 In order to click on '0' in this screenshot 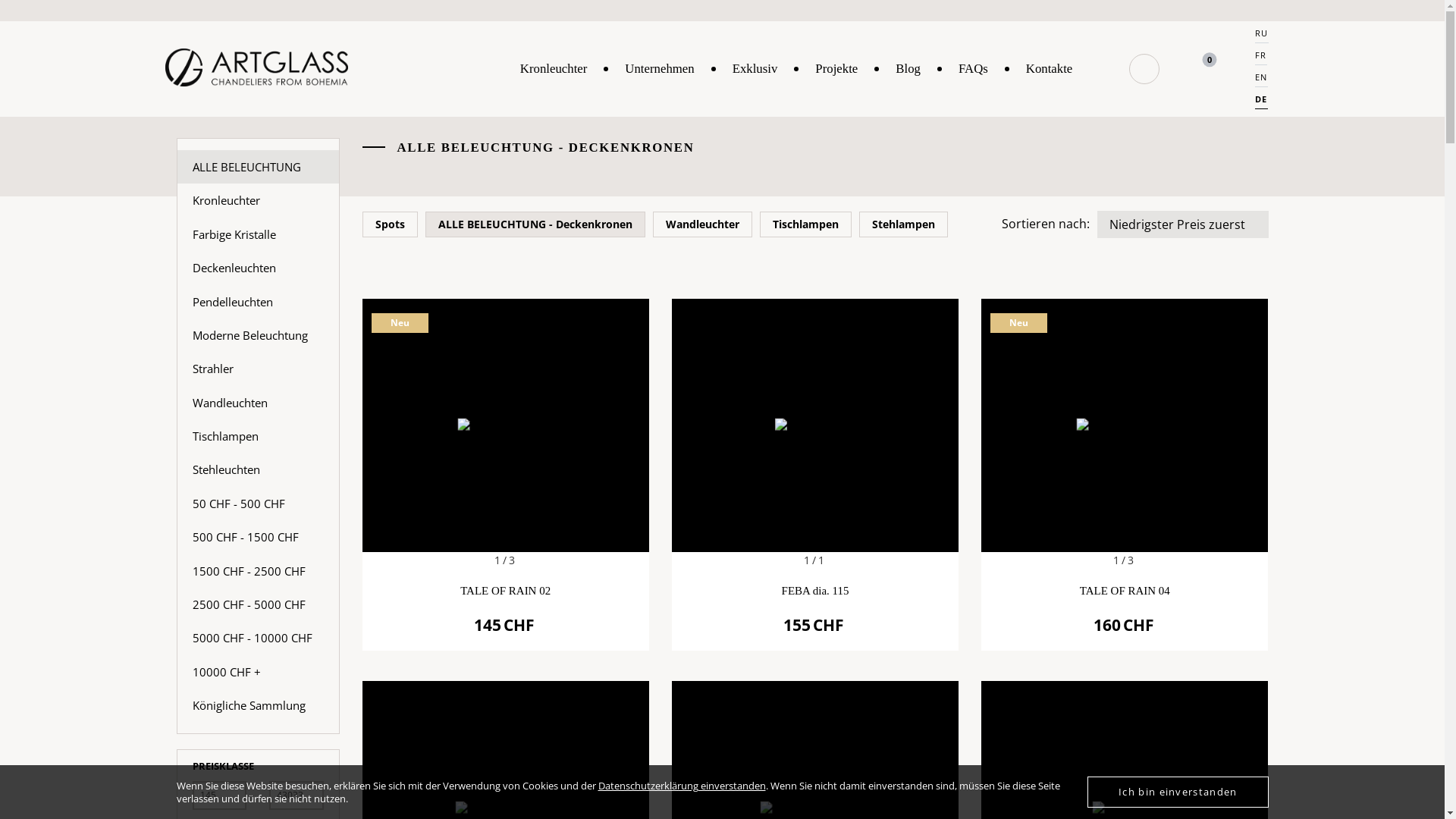, I will do `click(1195, 69)`.